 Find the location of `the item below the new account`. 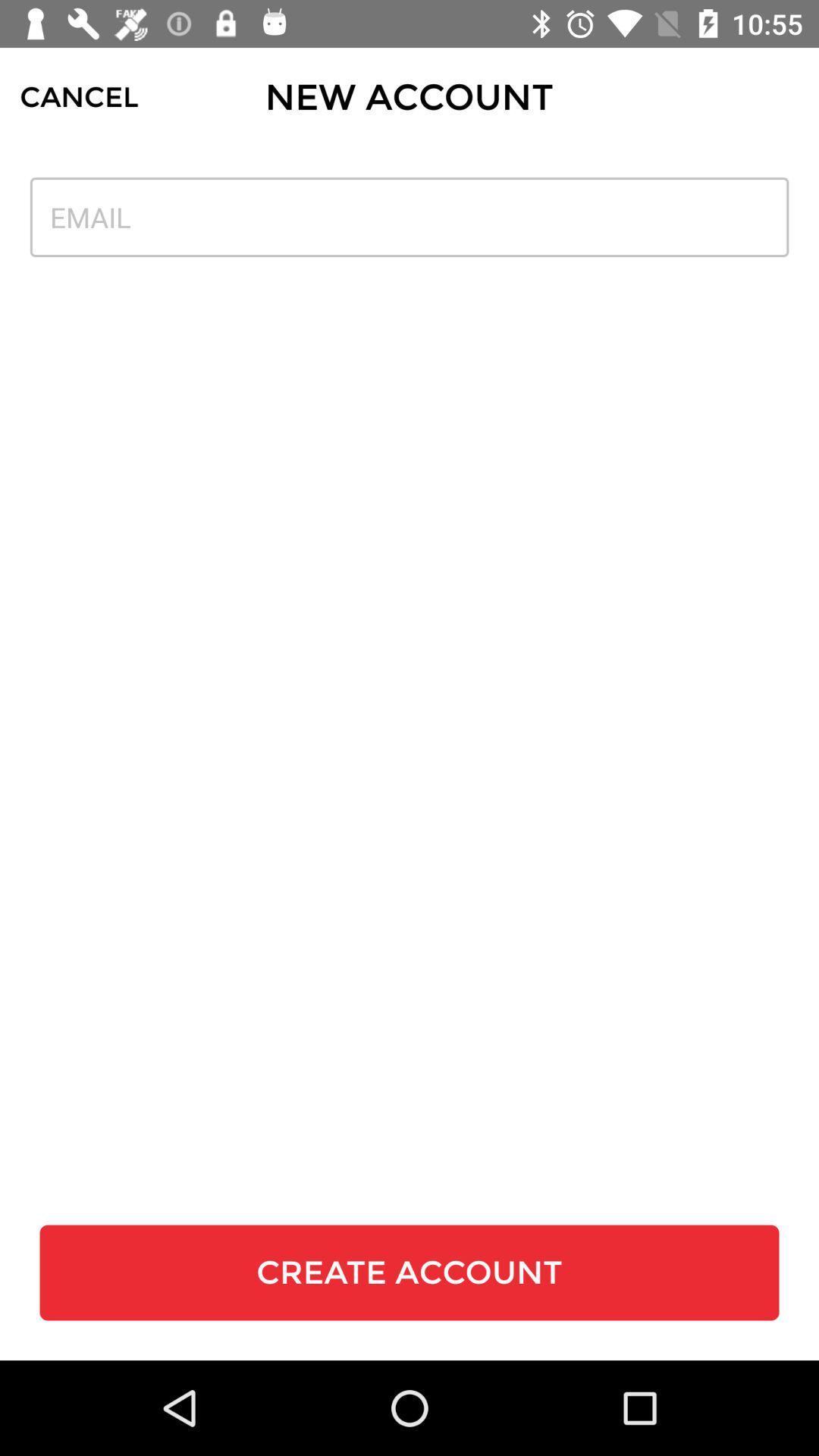

the item below the new account is located at coordinates (409, 216).